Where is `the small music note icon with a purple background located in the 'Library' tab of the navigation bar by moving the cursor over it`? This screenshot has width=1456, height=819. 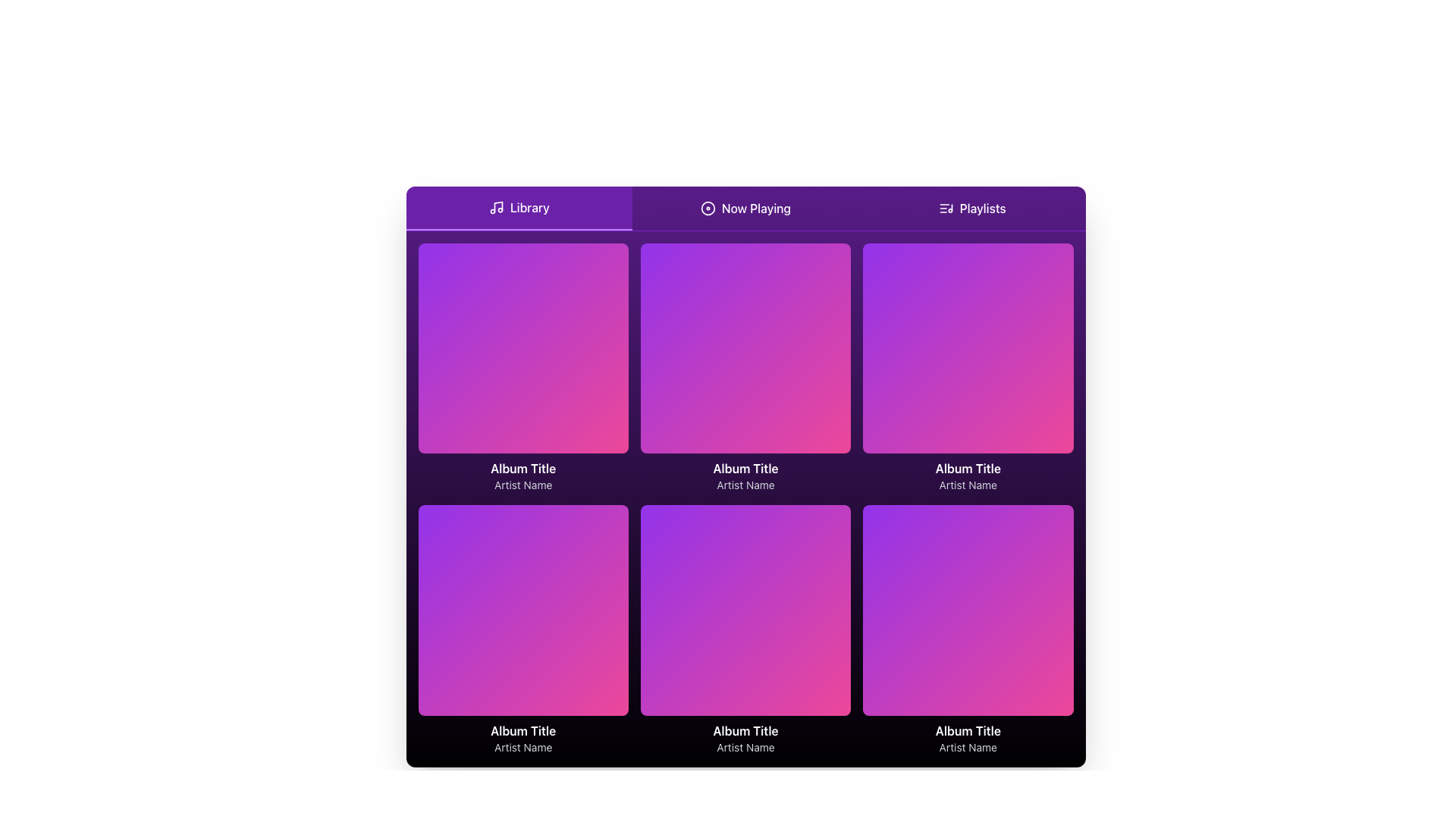 the small music note icon with a purple background located in the 'Library' tab of the navigation bar by moving the cursor over it is located at coordinates (496, 207).